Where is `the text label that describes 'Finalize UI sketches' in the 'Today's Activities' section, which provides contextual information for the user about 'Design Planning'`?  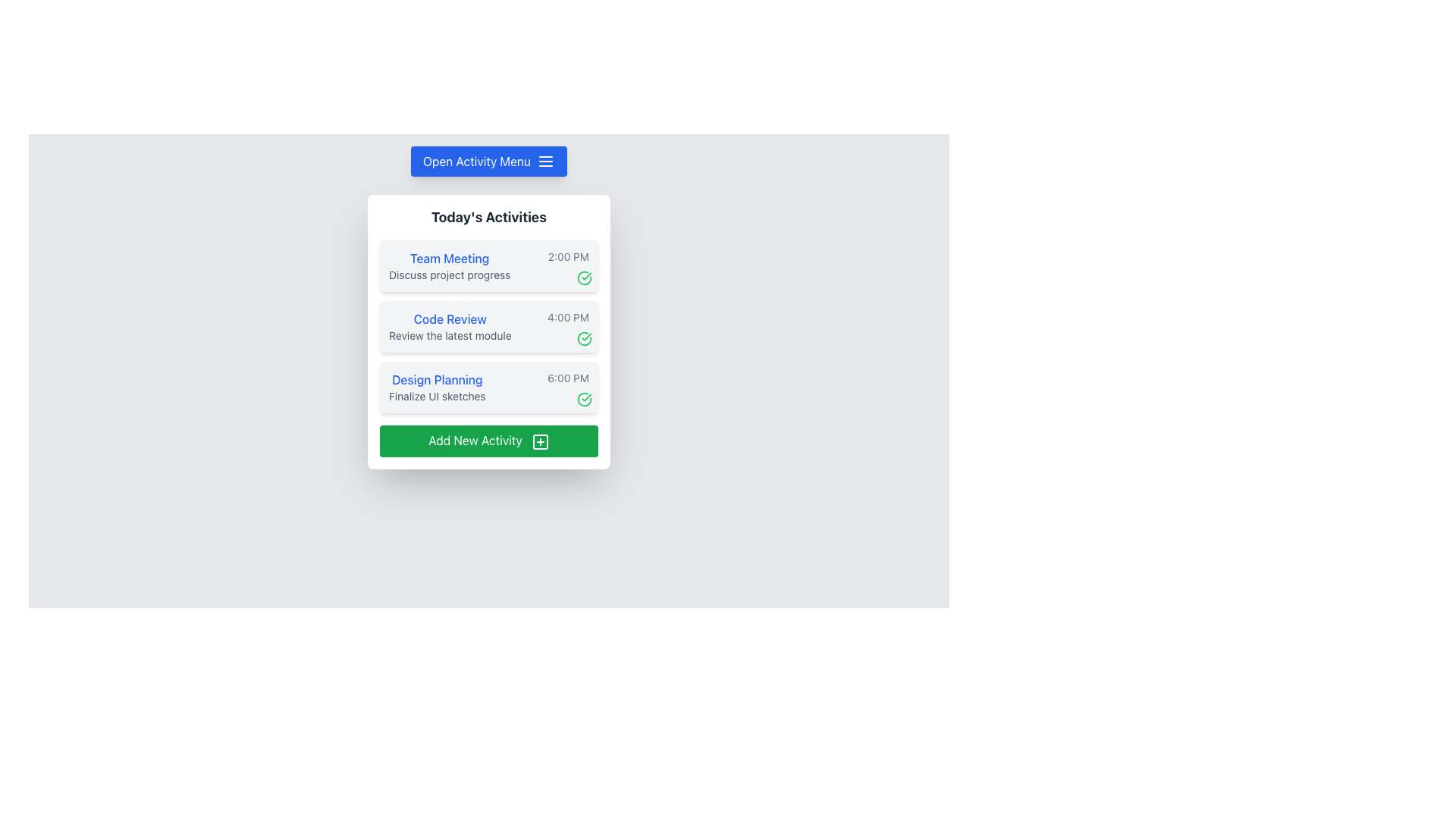
the text label that describes 'Finalize UI sketches' in the 'Today's Activities' section, which provides contextual information for the user about 'Design Planning' is located at coordinates (436, 396).